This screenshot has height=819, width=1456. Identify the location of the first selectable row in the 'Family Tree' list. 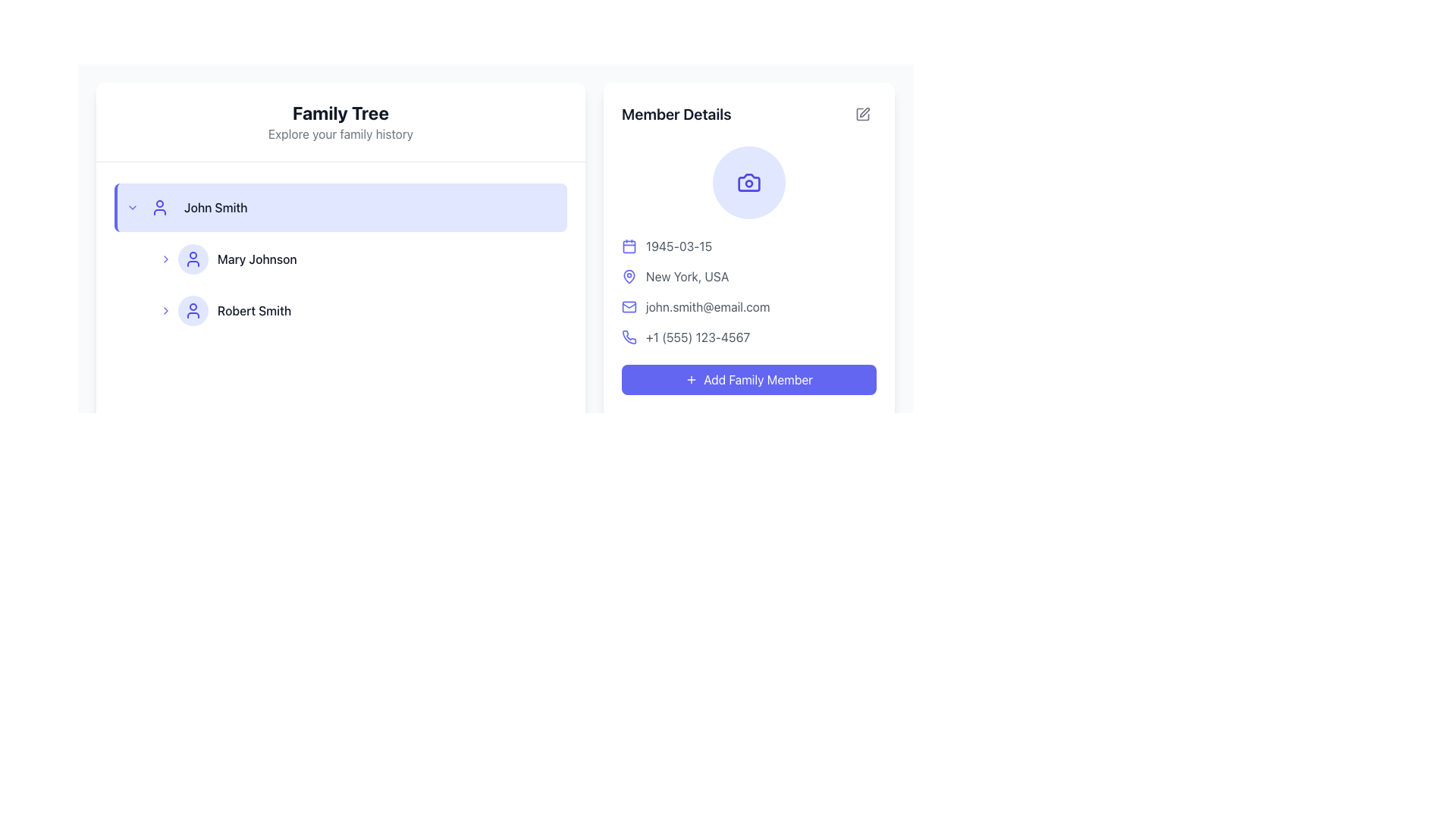
(340, 207).